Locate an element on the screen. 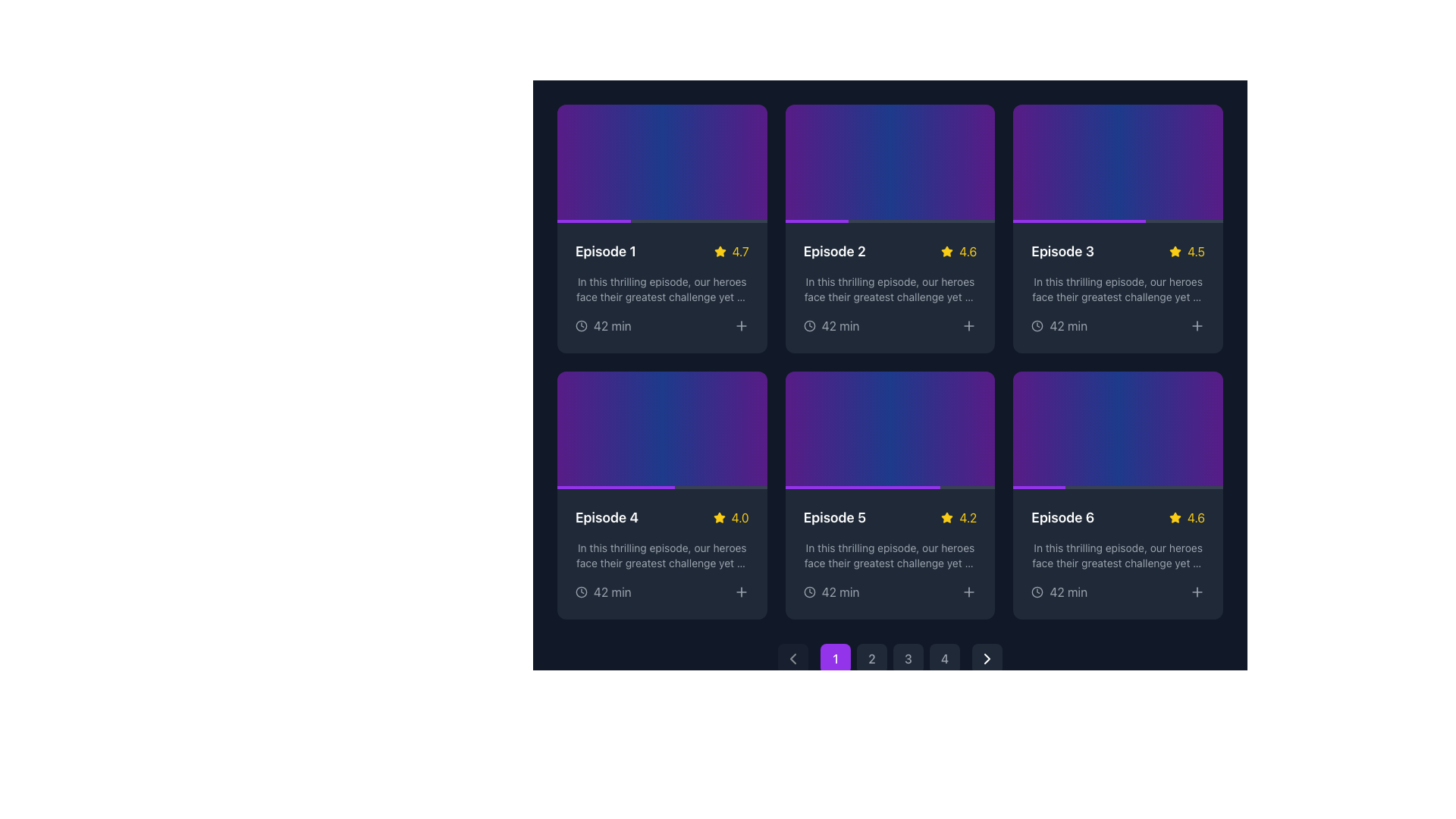 The image size is (1456, 819). the text element that provides a concise description or teaser about the content of Episode 1, located centrally within the first card in the first row of a grid layout is located at coordinates (662, 289).